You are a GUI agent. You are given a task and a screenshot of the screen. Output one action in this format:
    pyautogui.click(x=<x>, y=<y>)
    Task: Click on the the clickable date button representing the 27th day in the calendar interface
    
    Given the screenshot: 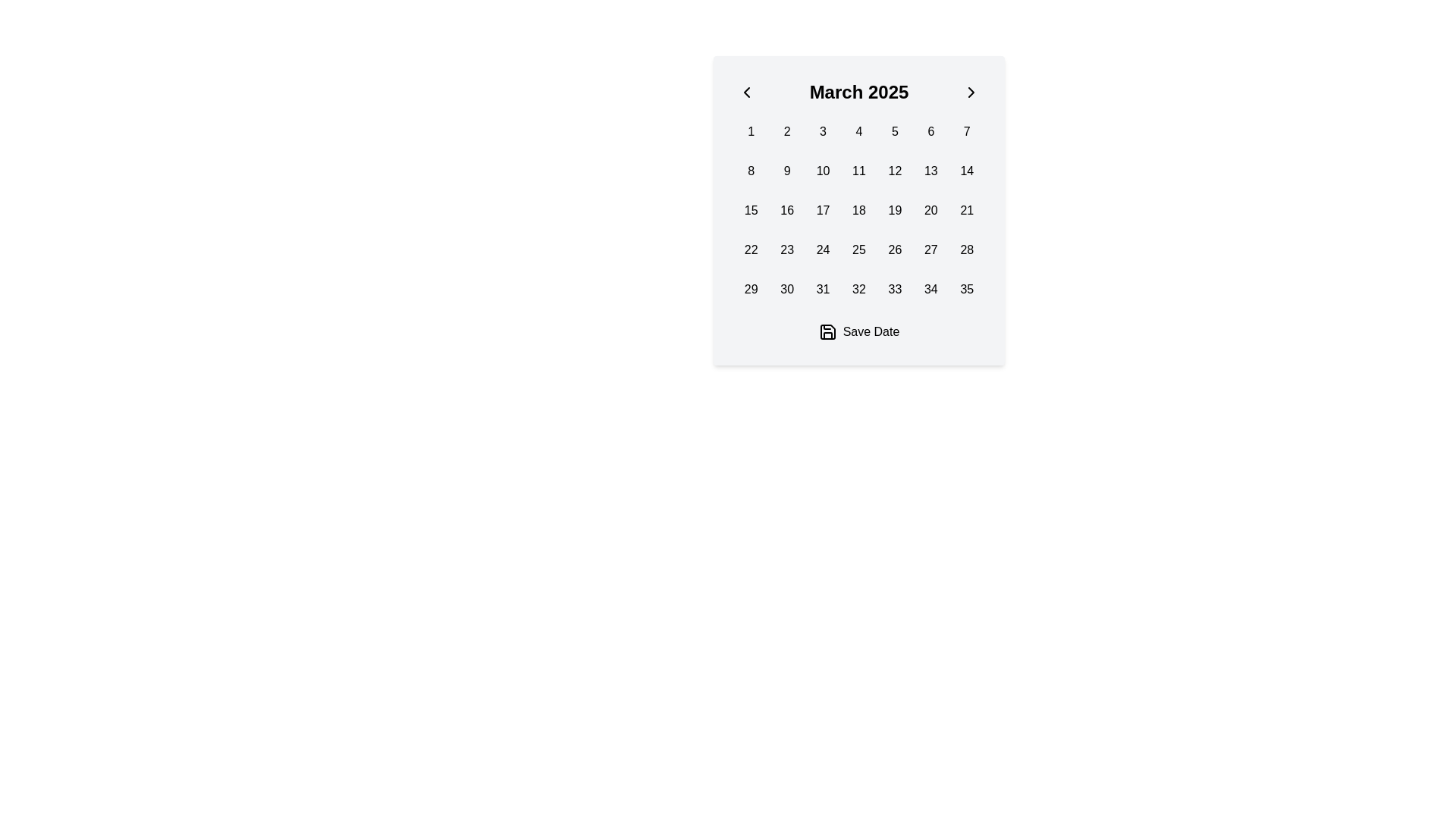 What is the action you would take?
    pyautogui.click(x=930, y=249)
    